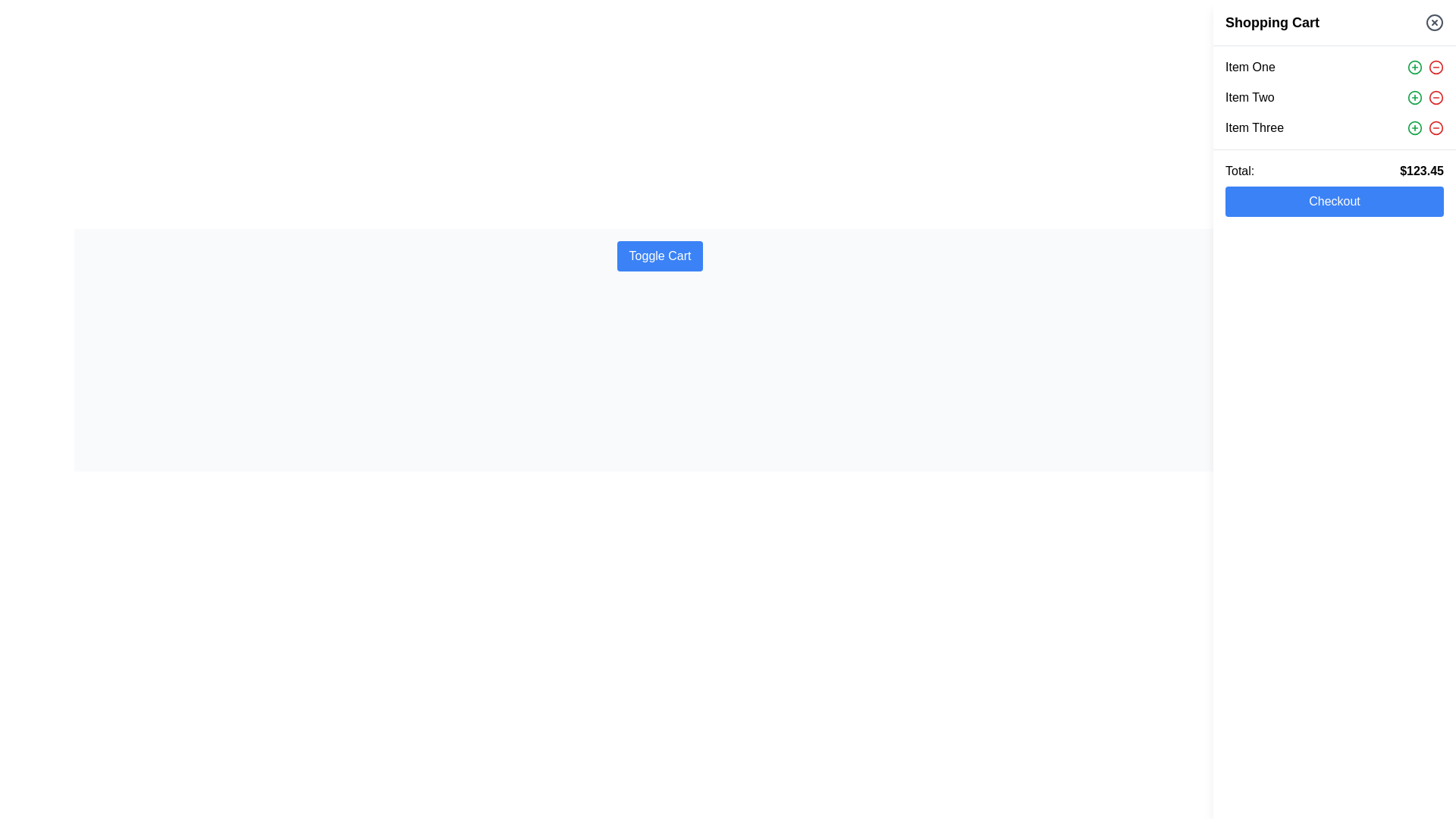 Image resolution: width=1456 pixels, height=819 pixels. Describe the element at coordinates (1425, 66) in the screenshot. I see `the horizontal group of interactive buttons consisting of a green plus icon and a red minus icon, located in the top-right section of the shopping cart interface adjacent to 'Item One' for additional styles or tooltips` at that location.